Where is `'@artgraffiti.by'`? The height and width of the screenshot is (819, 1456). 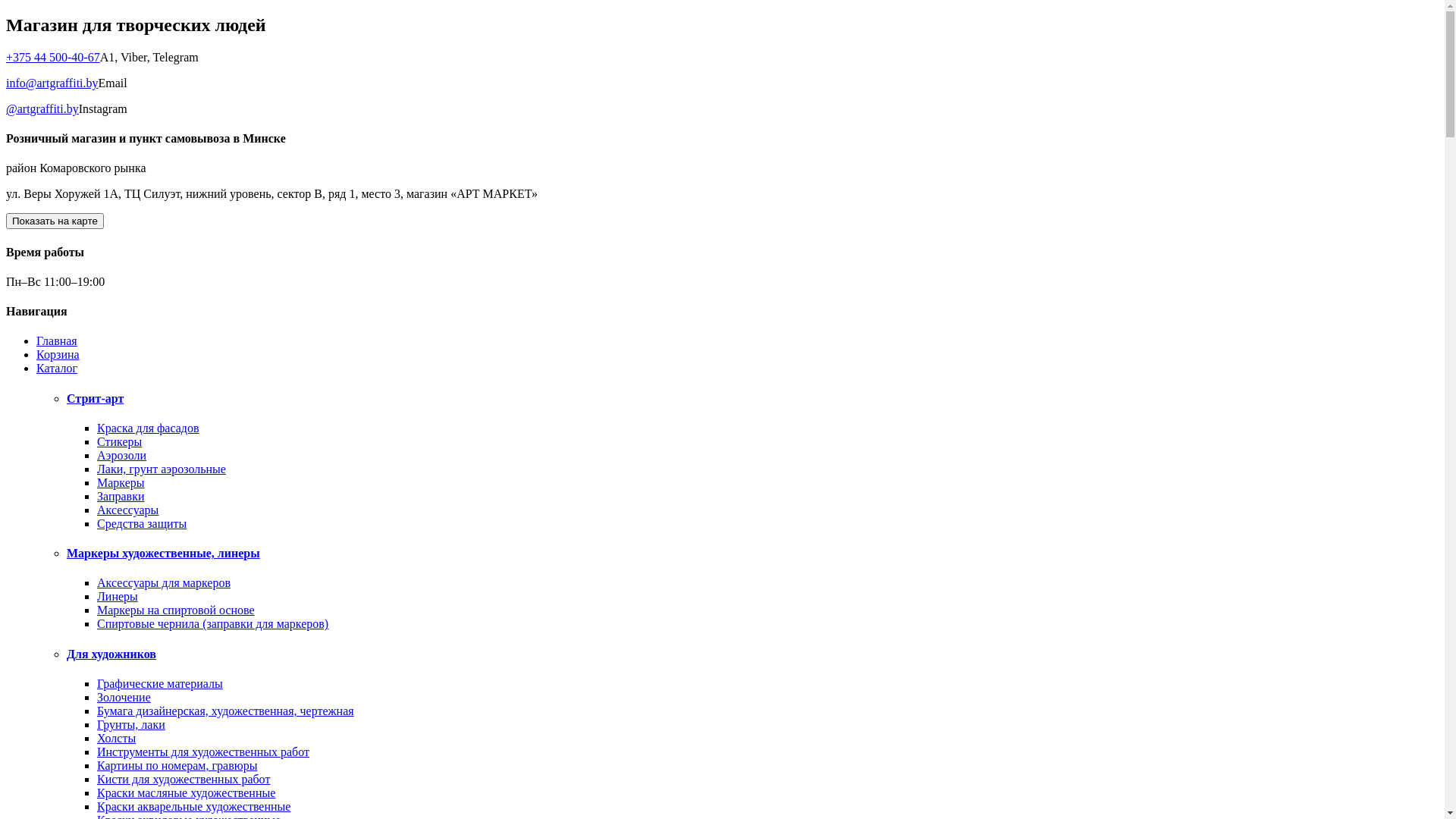
'@artgraffiti.by' is located at coordinates (42, 108).